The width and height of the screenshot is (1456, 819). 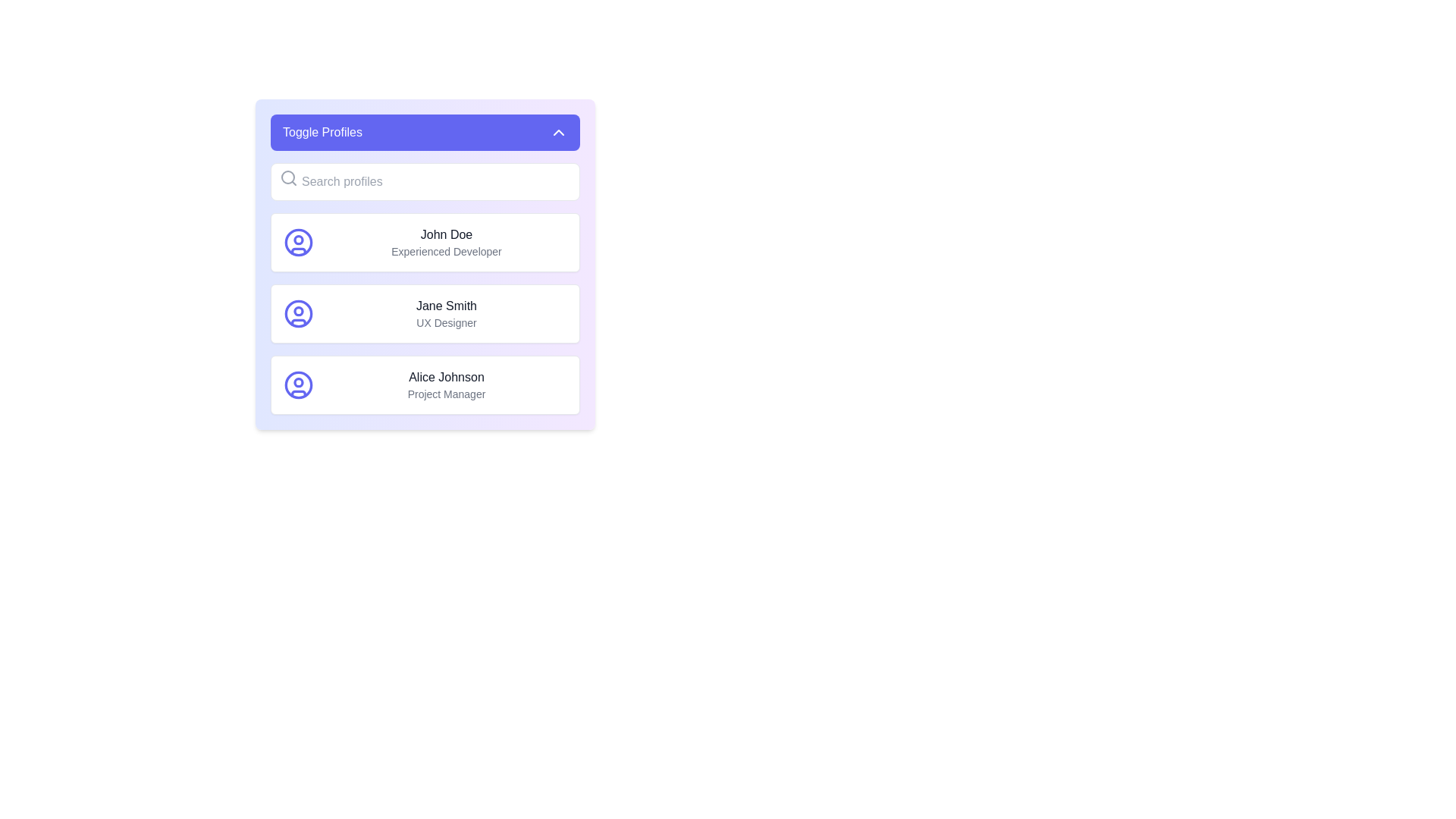 What do you see at coordinates (425, 312) in the screenshot?
I see `the 'Jane Smith' profile card, which represents her as a UX Designer` at bounding box center [425, 312].